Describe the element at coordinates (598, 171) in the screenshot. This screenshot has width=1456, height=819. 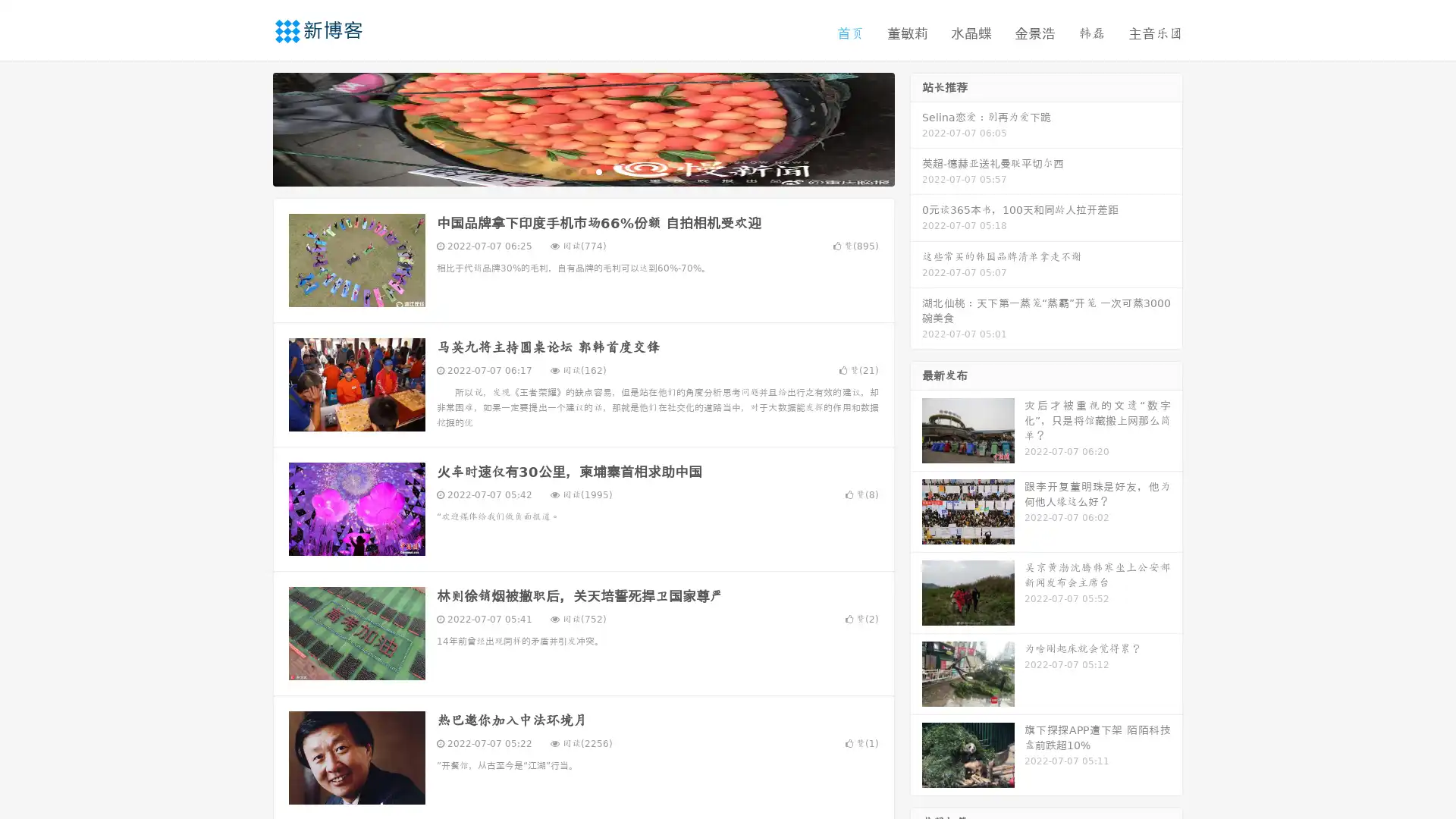
I see `Go to slide 3` at that location.